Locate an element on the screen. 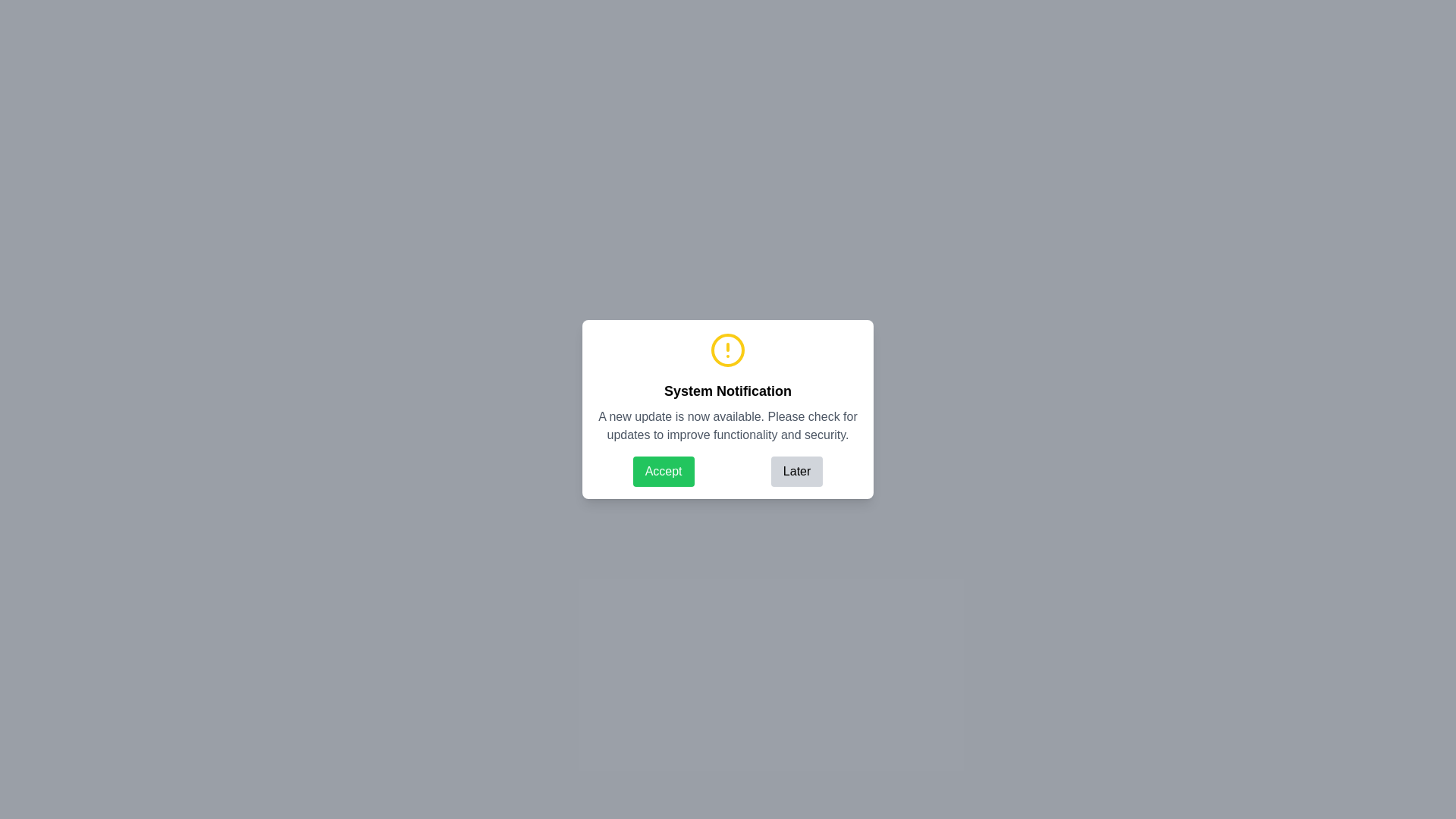 This screenshot has height=819, width=1456. the green 'Accept' button with rounded borders that has white text, which is the leftmost button in the dialog box is located at coordinates (664, 470).